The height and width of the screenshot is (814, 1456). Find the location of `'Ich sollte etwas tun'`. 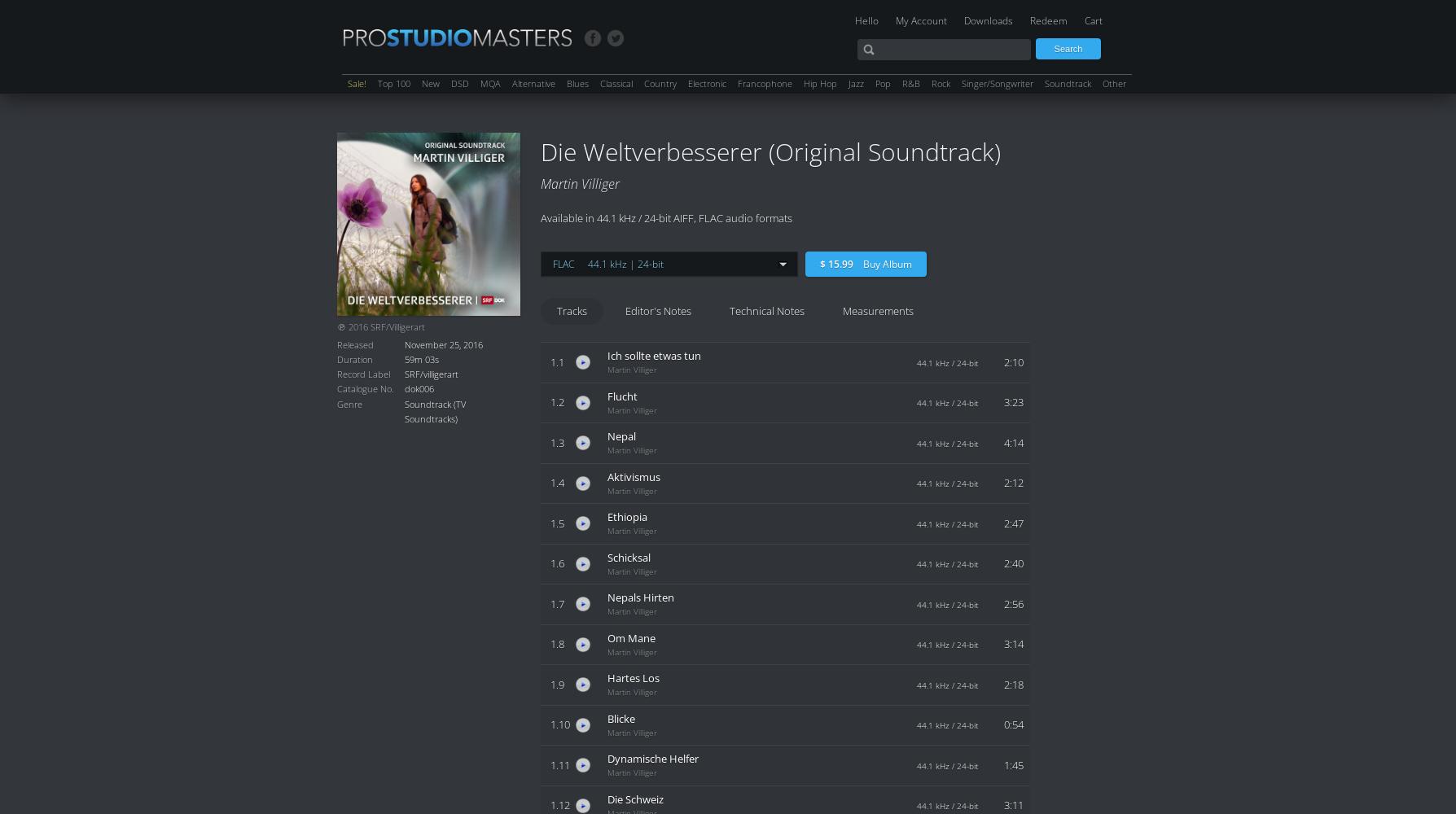

'Ich sollte etwas tun' is located at coordinates (606, 356).